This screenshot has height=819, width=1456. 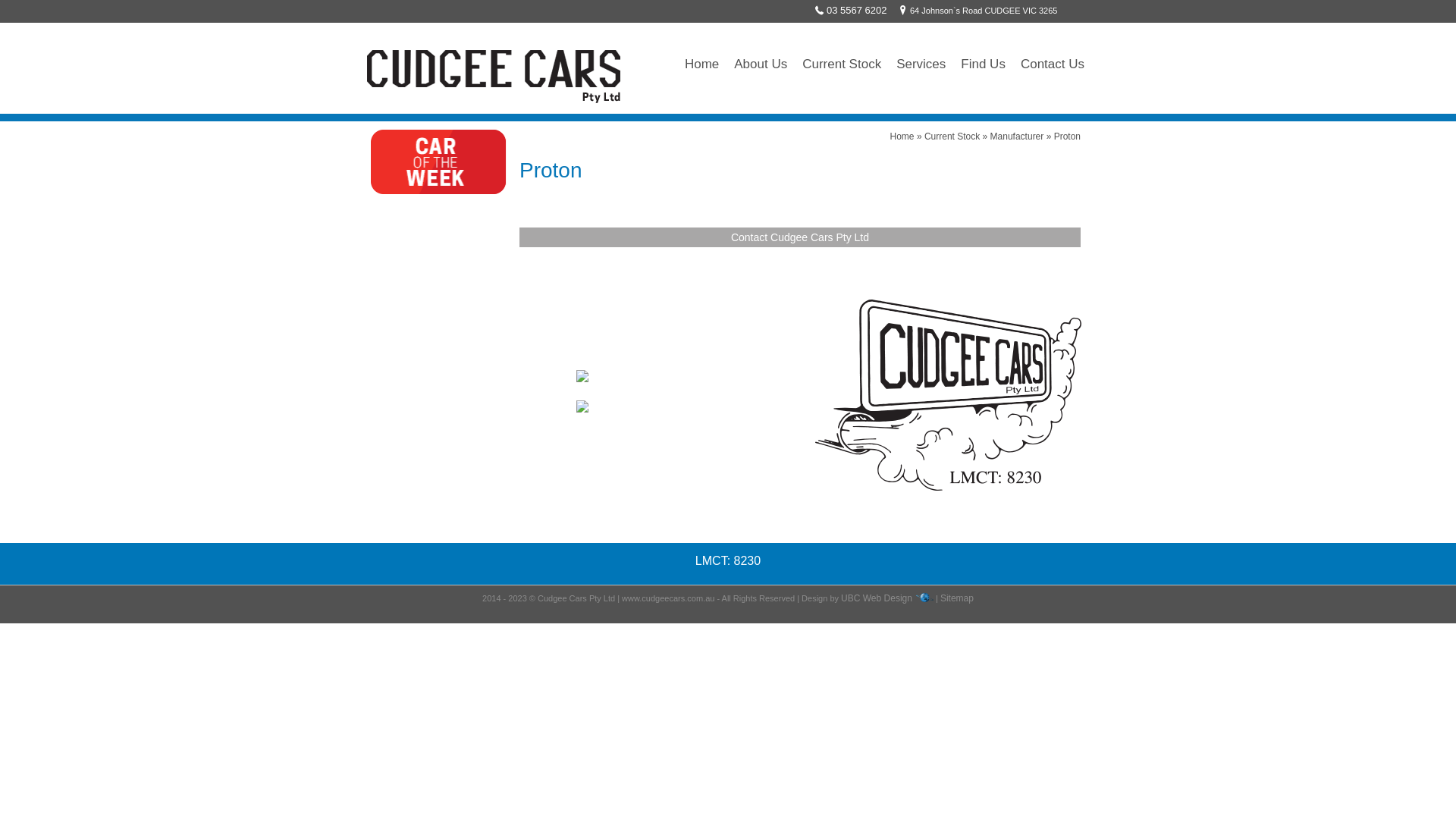 What do you see at coordinates (761, 63) in the screenshot?
I see `'About Us'` at bounding box center [761, 63].